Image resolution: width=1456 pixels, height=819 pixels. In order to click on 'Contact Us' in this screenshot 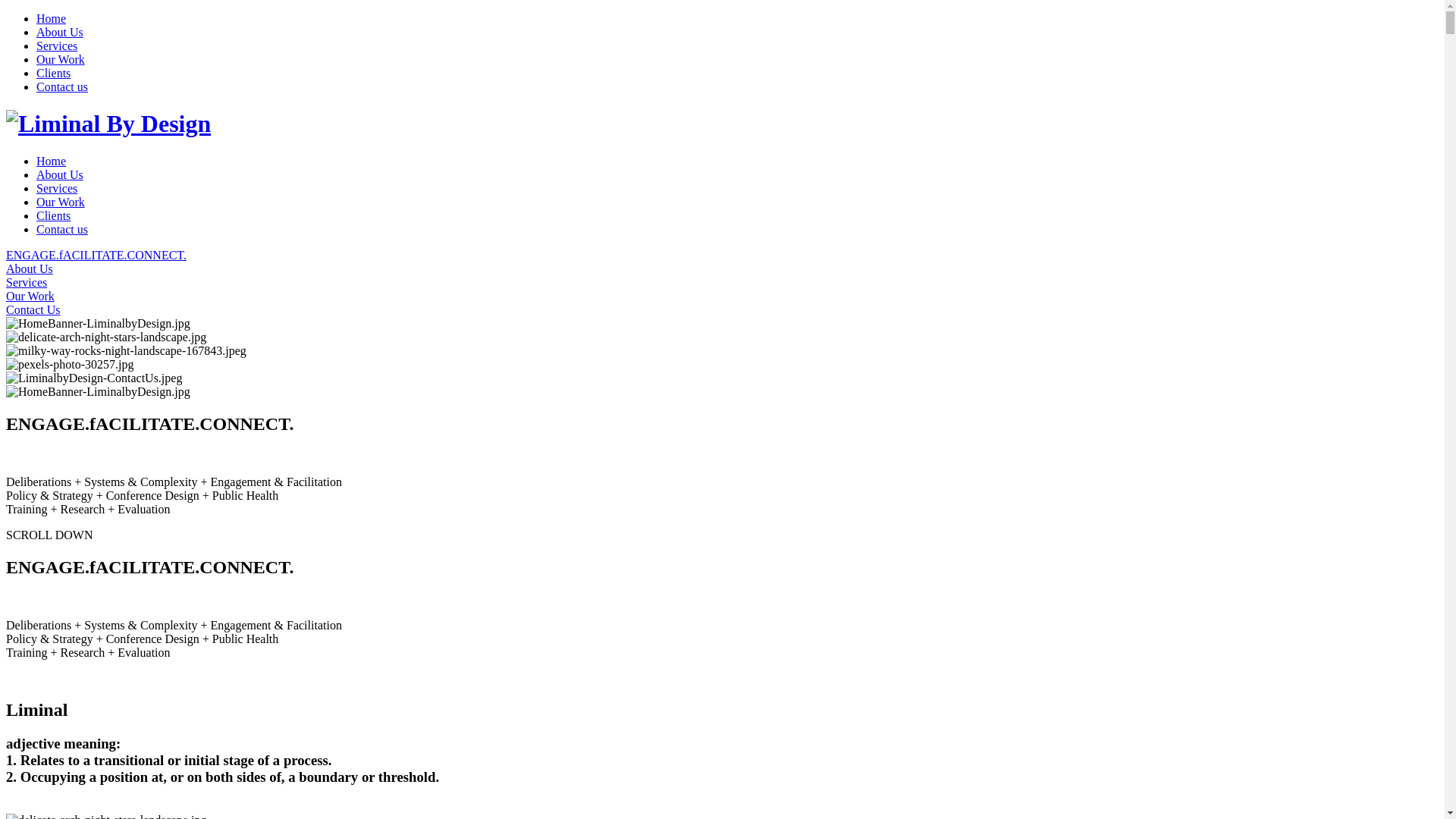, I will do `click(721, 309)`.